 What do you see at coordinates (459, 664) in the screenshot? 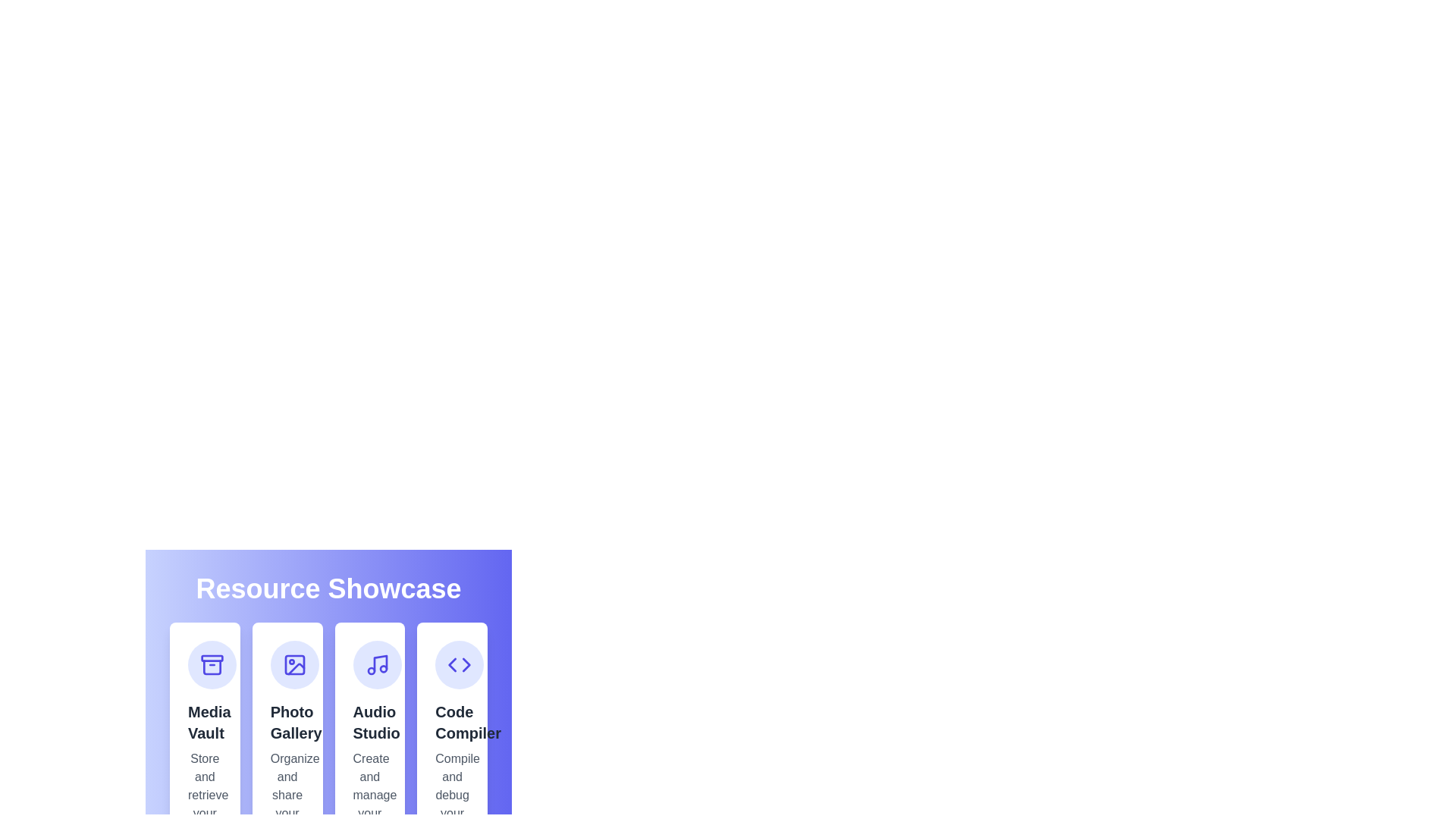
I see `the decorative icon representing the 'Code Compiler' functionality, which is positioned above the title 'Code Compiler' in the 'Resource Showcase' section` at bounding box center [459, 664].